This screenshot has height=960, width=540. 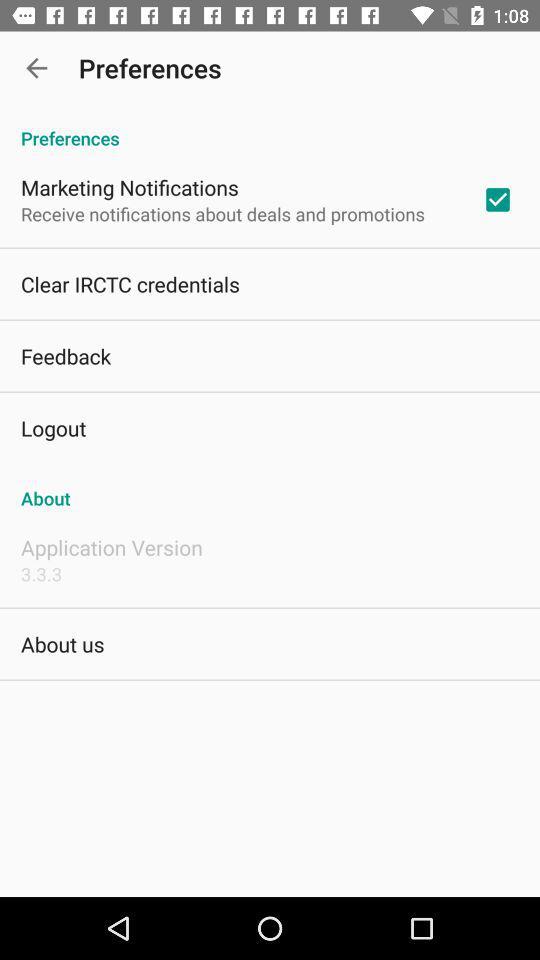 What do you see at coordinates (496, 199) in the screenshot?
I see `item next to the receive notifications about app` at bounding box center [496, 199].